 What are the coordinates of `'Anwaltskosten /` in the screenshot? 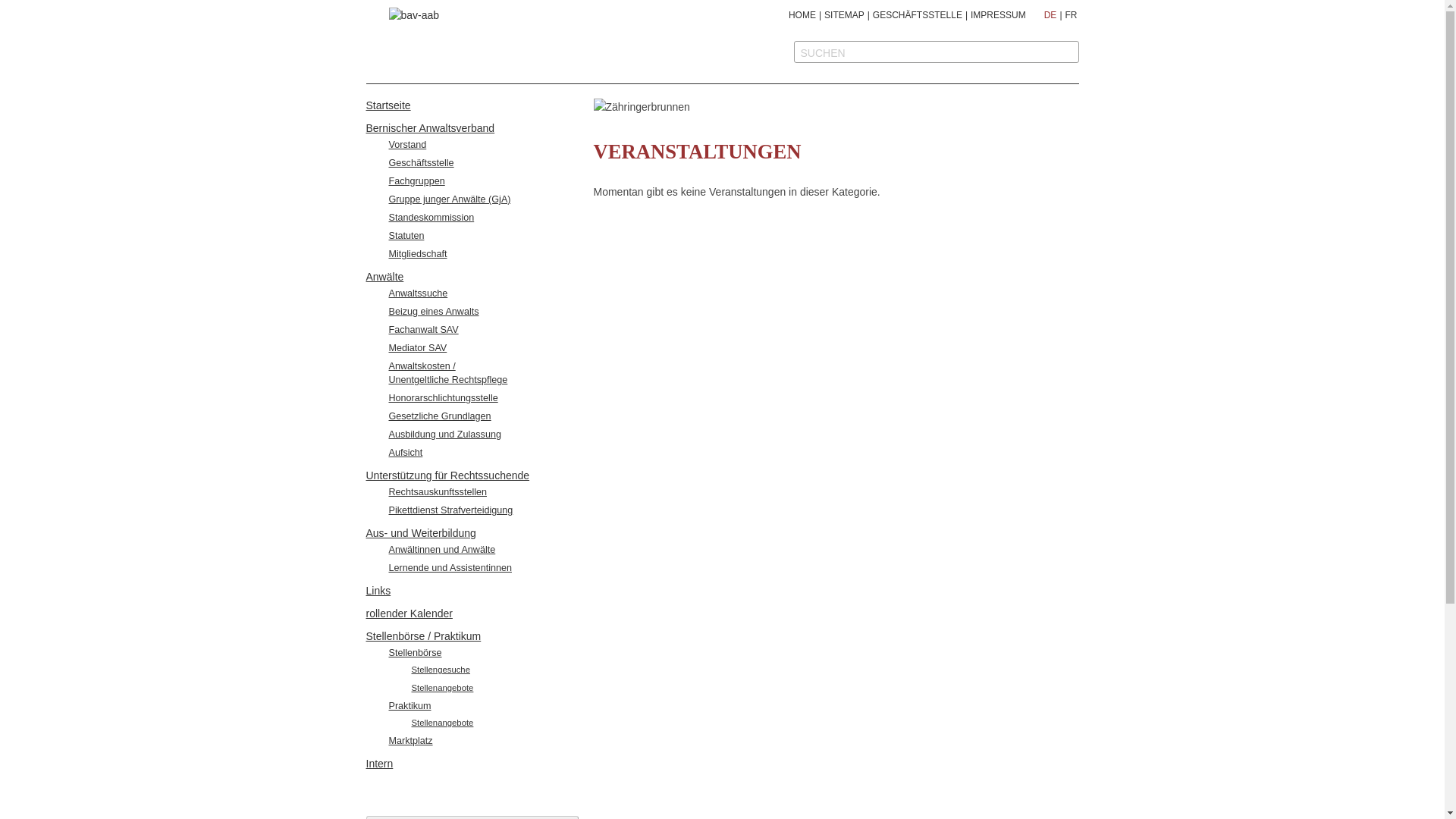 It's located at (447, 373).